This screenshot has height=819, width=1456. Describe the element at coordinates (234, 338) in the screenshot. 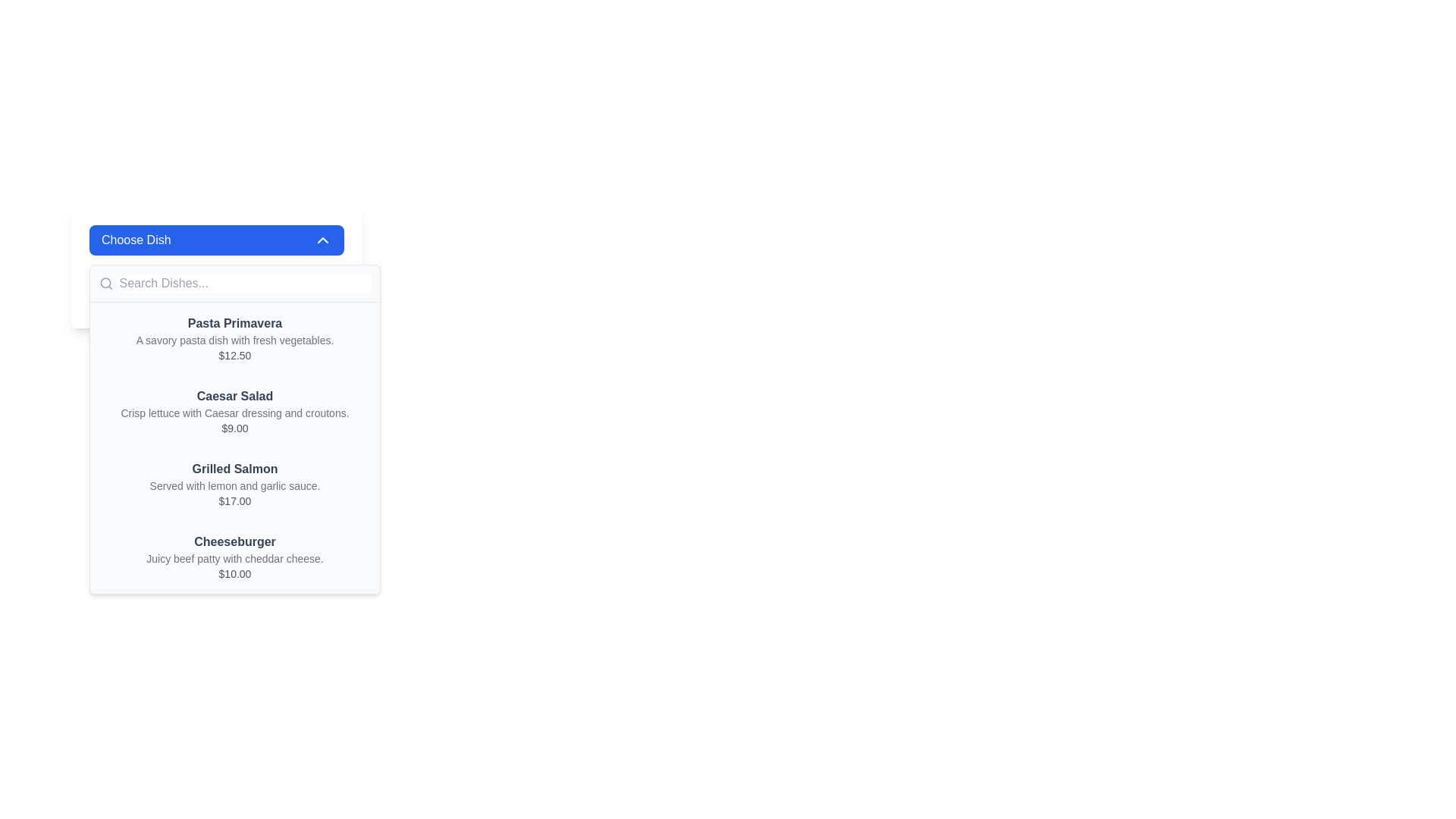

I see `the first item in the dropdown menu that displays a selectable menu item with its name, details, and price` at that location.